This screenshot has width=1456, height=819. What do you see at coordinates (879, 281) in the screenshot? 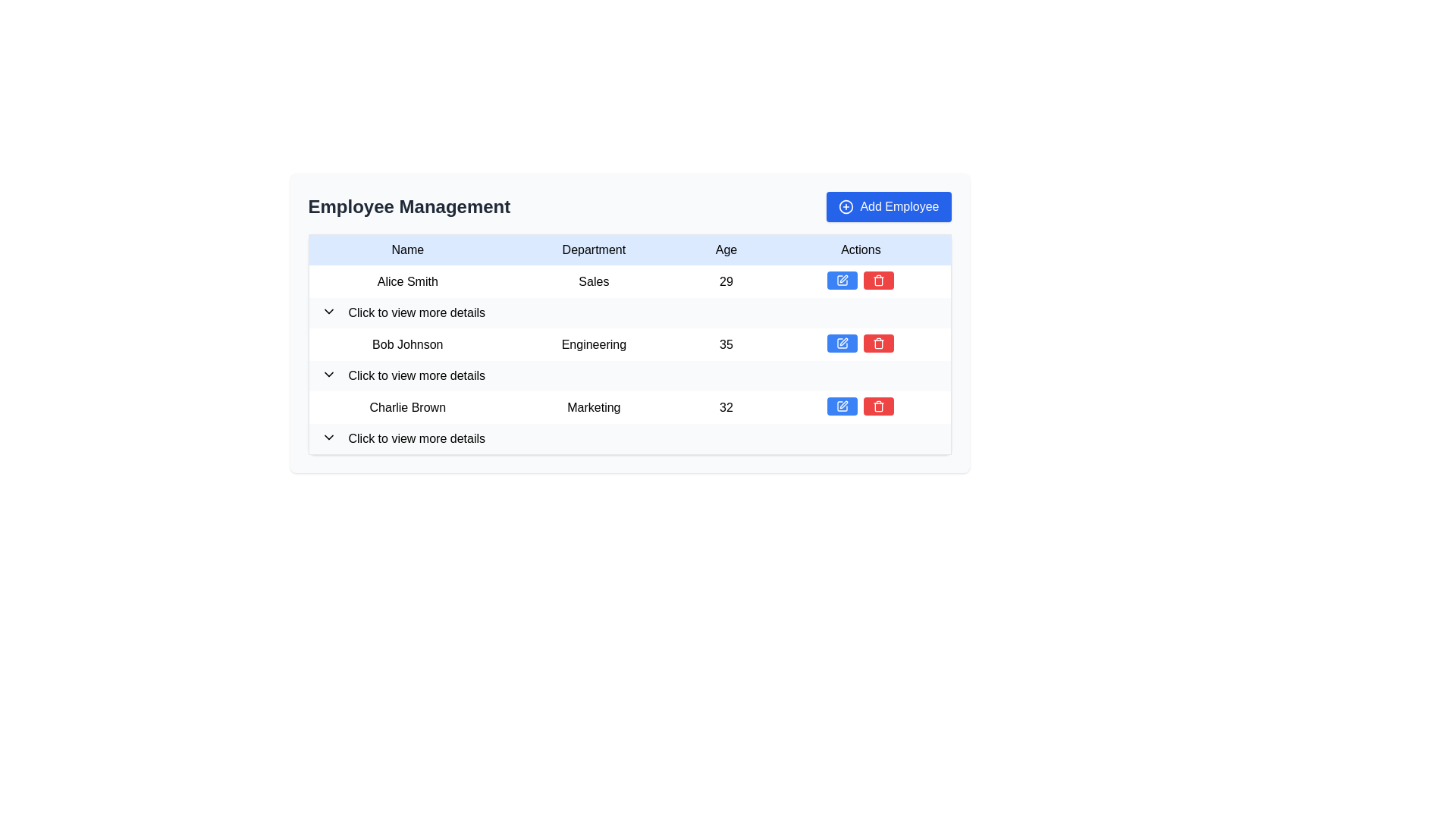
I see `the red button with a trash icon located in the actions section of the first row of the employee table` at bounding box center [879, 281].